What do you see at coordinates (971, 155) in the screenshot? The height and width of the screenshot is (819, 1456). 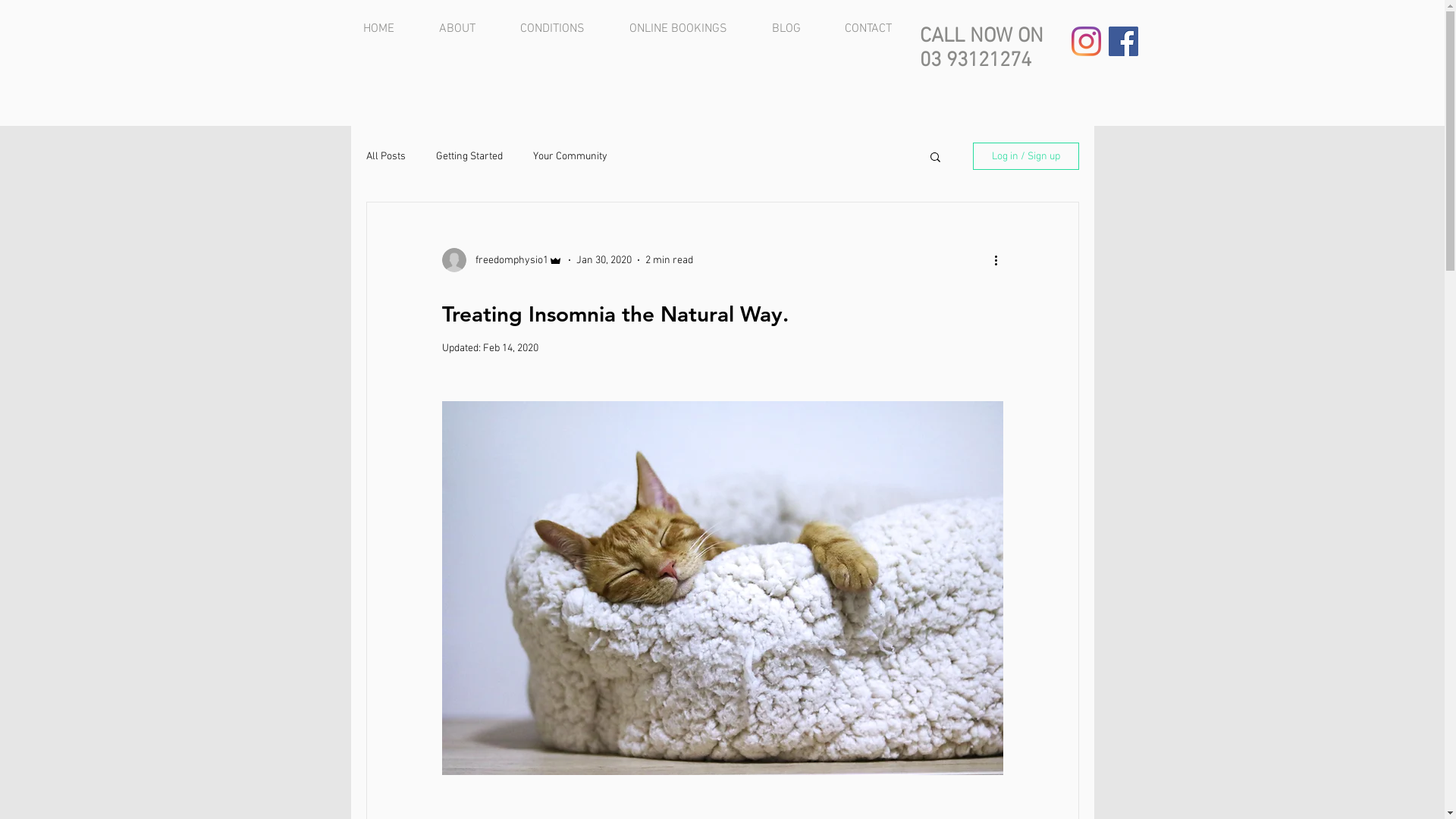 I see `'Log in / Sign up'` at bounding box center [971, 155].